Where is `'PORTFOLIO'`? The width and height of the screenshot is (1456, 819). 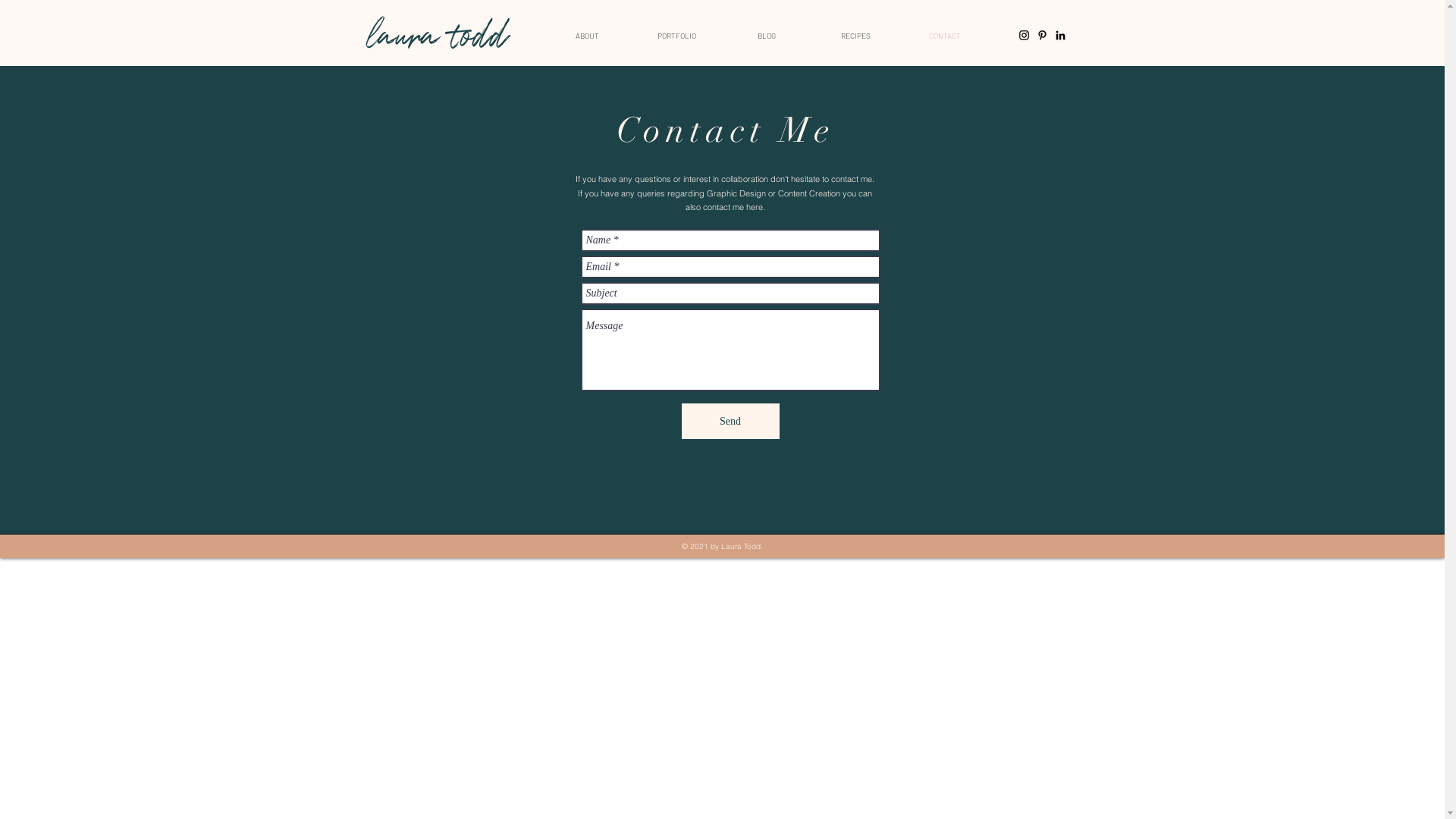
'PORTFOLIO' is located at coordinates (676, 34).